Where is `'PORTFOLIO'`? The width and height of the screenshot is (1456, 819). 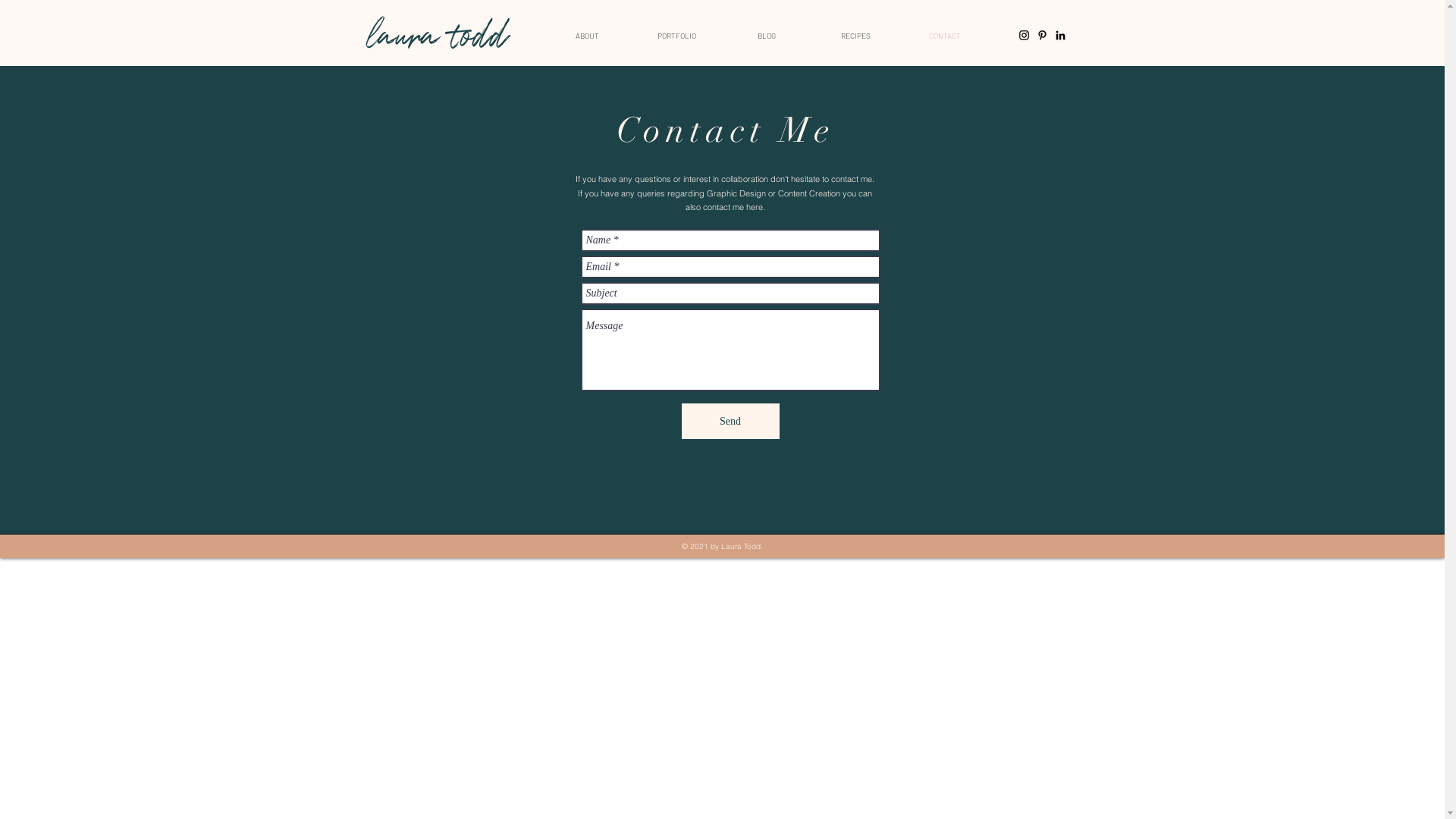
'PORTFOLIO' is located at coordinates (676, 34).